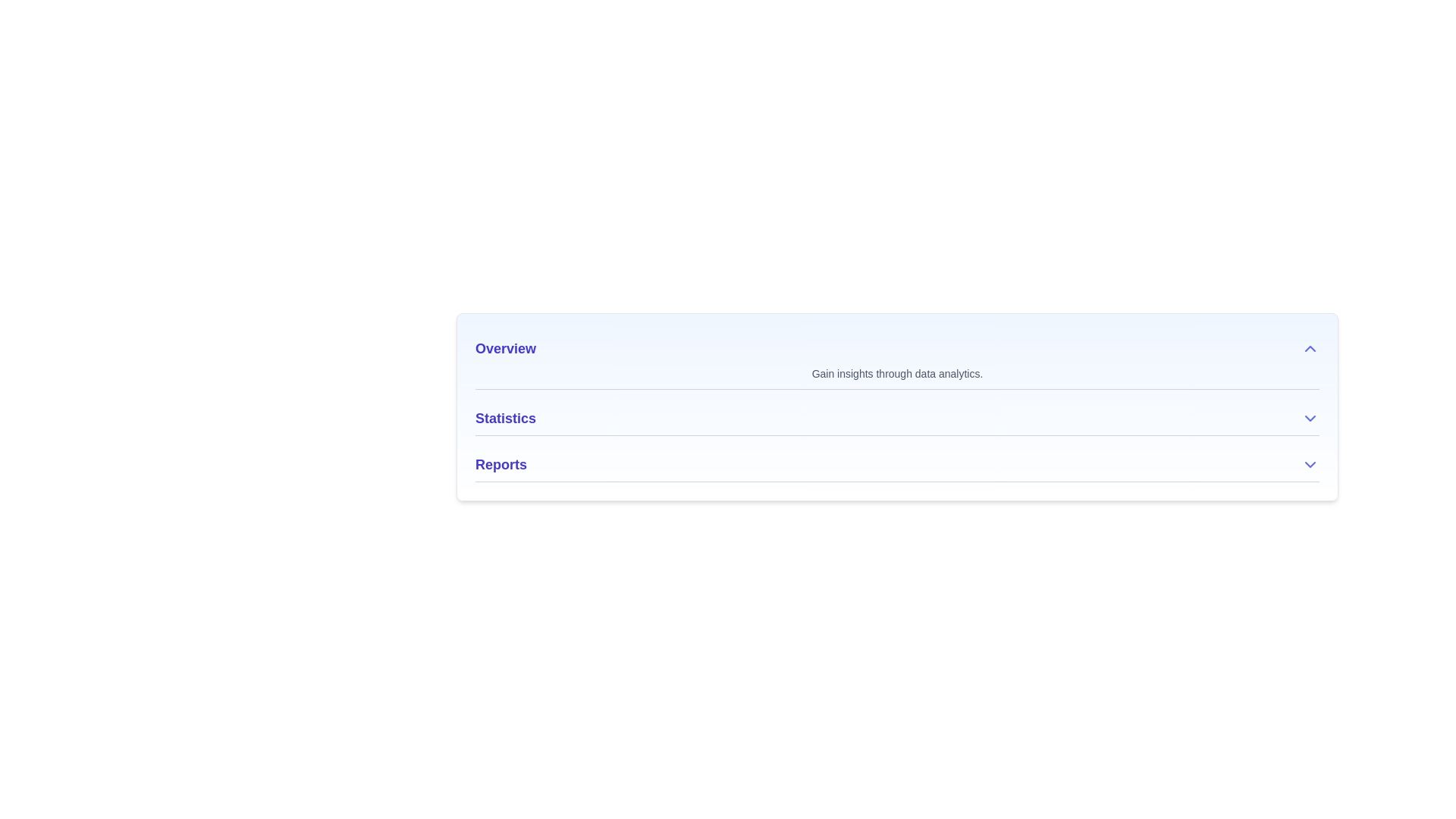 The height and width of the screenshot is (819, 1456). Describe the element at coordinates (897, 374) in the screenshot. I see `the text label displaying 'Gain insights through data analytics.' located below the 'Overview' heading` at that location.